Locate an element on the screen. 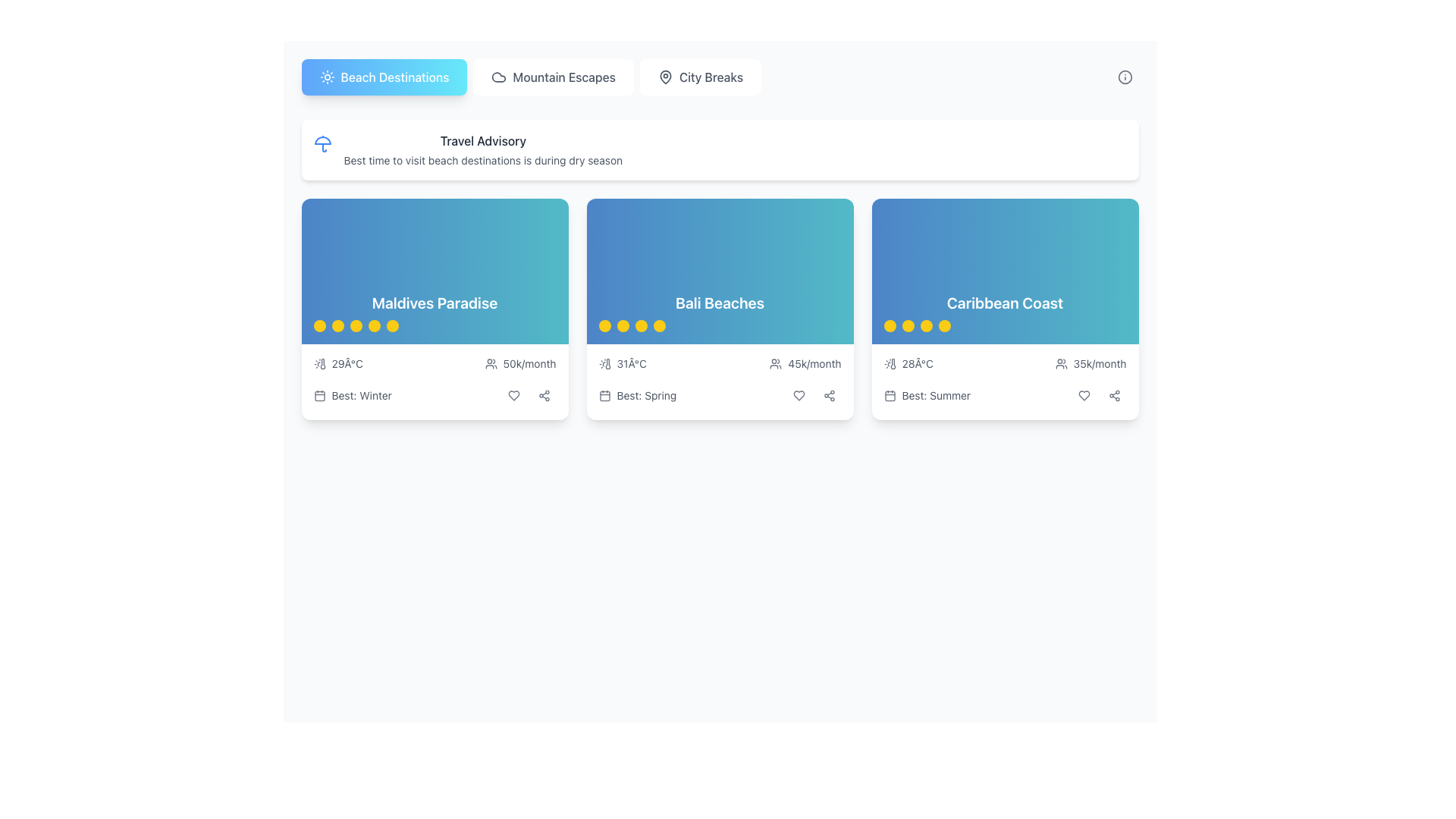  the sun-like icon located on the left side of the 'Beach Destinations' button is located at coordinates (326, 77).